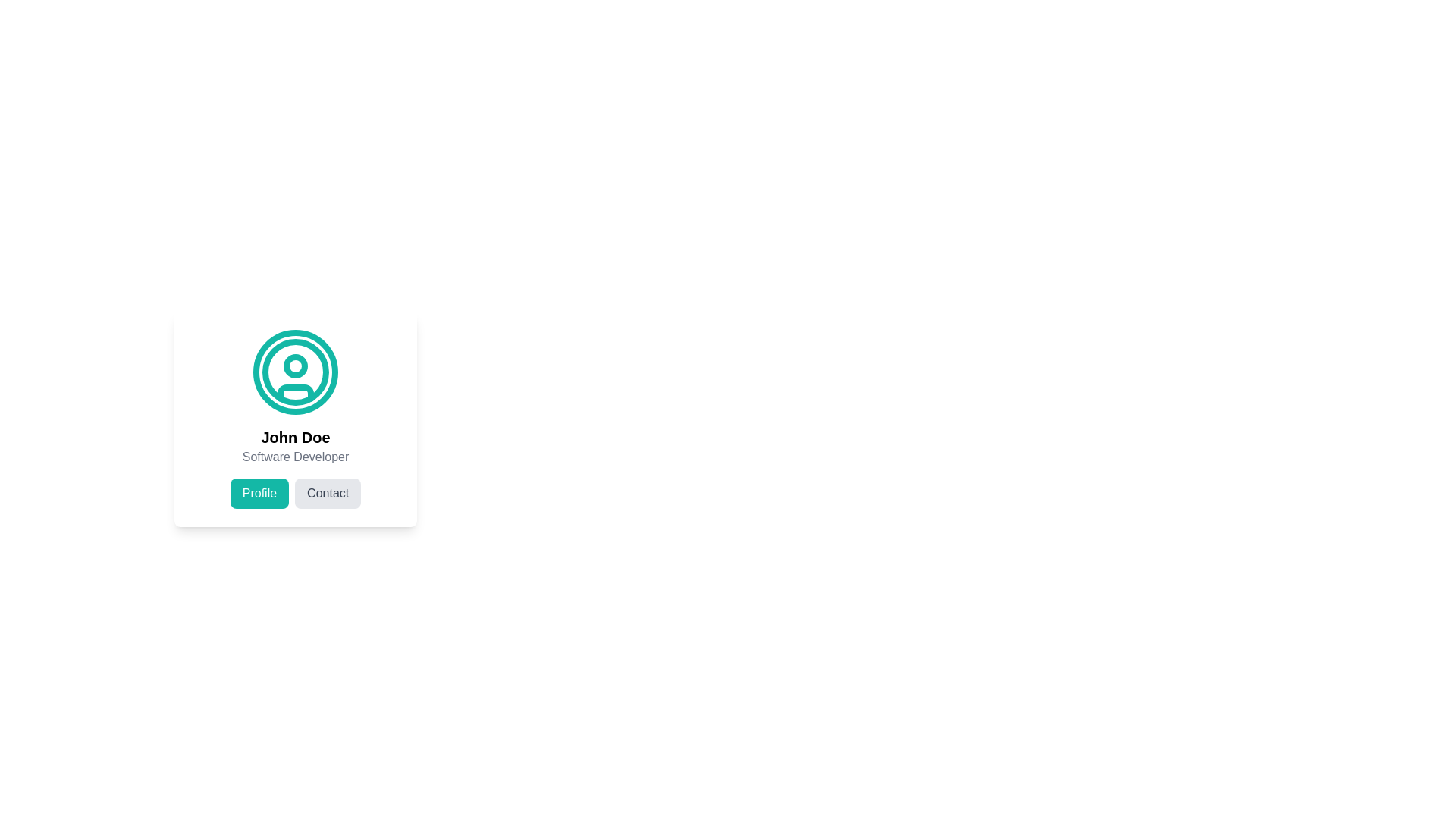 The height and width of the screenshot is (819, 1456). I want to click on the leftmost button located under the user's profile picture and name, so click(259, 494).